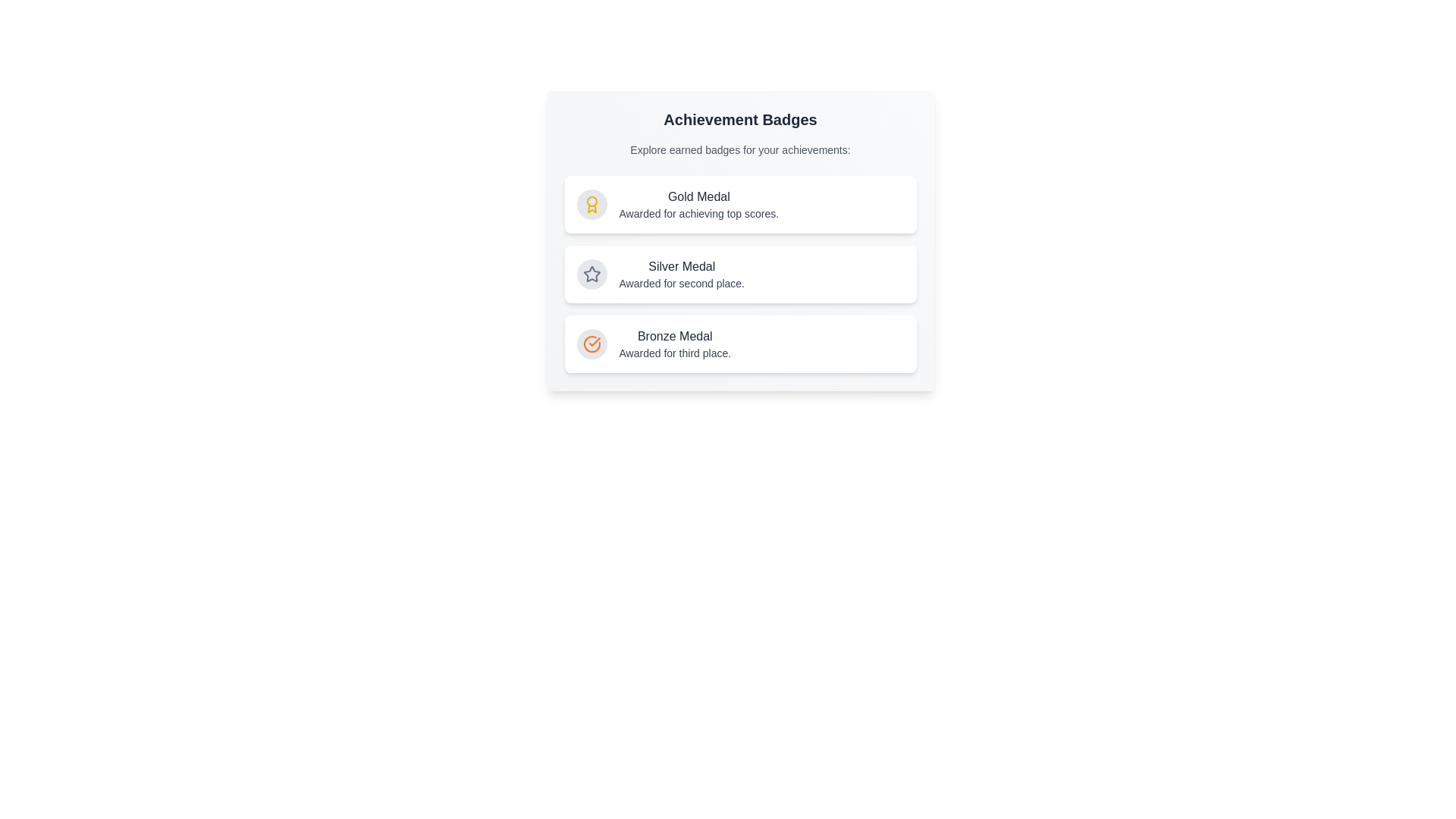 Image resolution: width=1456 pixels, height=819 pixels. I want to click on the Header that provides information about the gold medal achievement, which is the first card among three in the vertical list, so click(698, 205).